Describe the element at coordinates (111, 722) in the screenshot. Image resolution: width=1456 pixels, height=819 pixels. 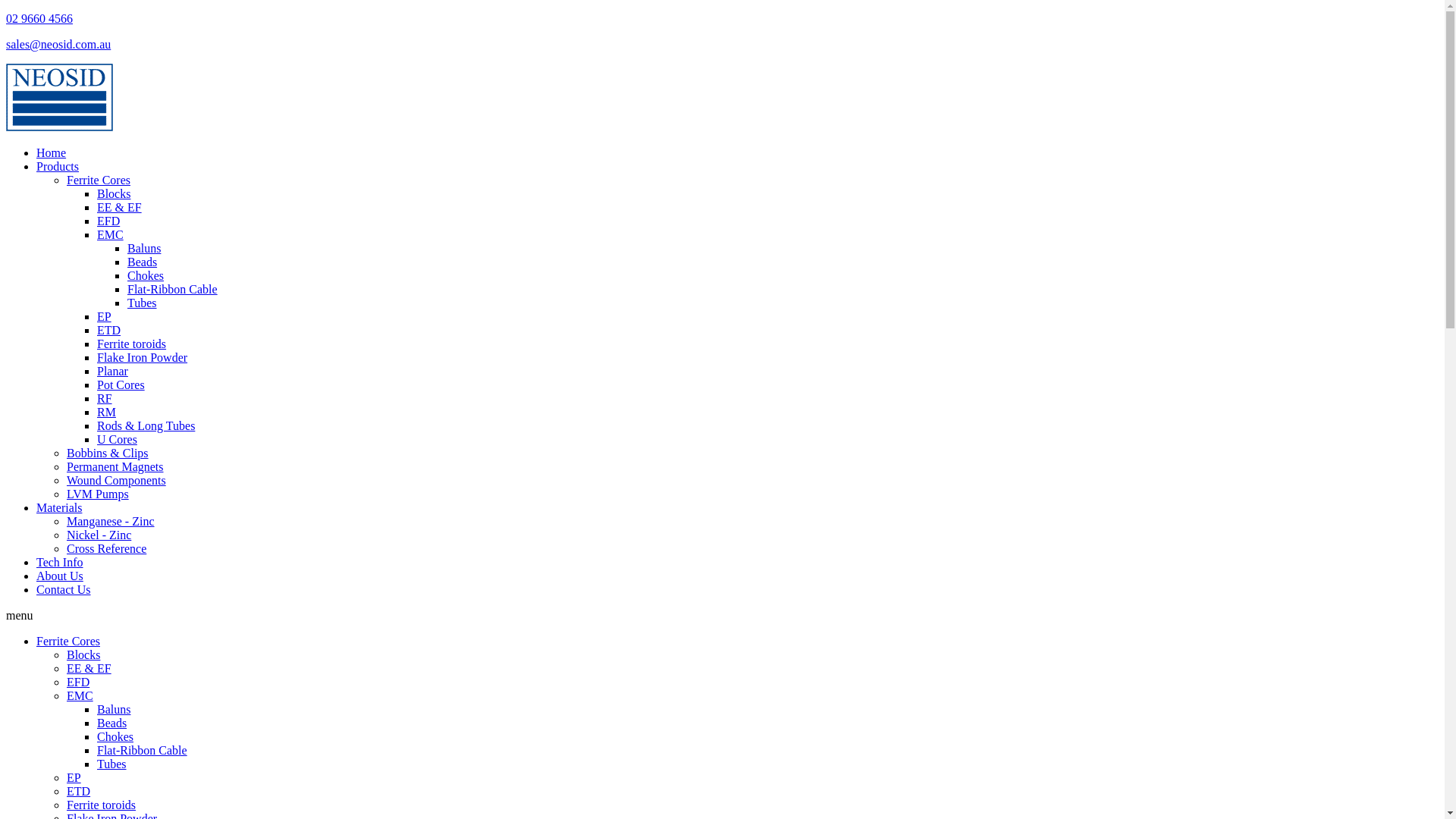
I see `'Beads'` at that location.